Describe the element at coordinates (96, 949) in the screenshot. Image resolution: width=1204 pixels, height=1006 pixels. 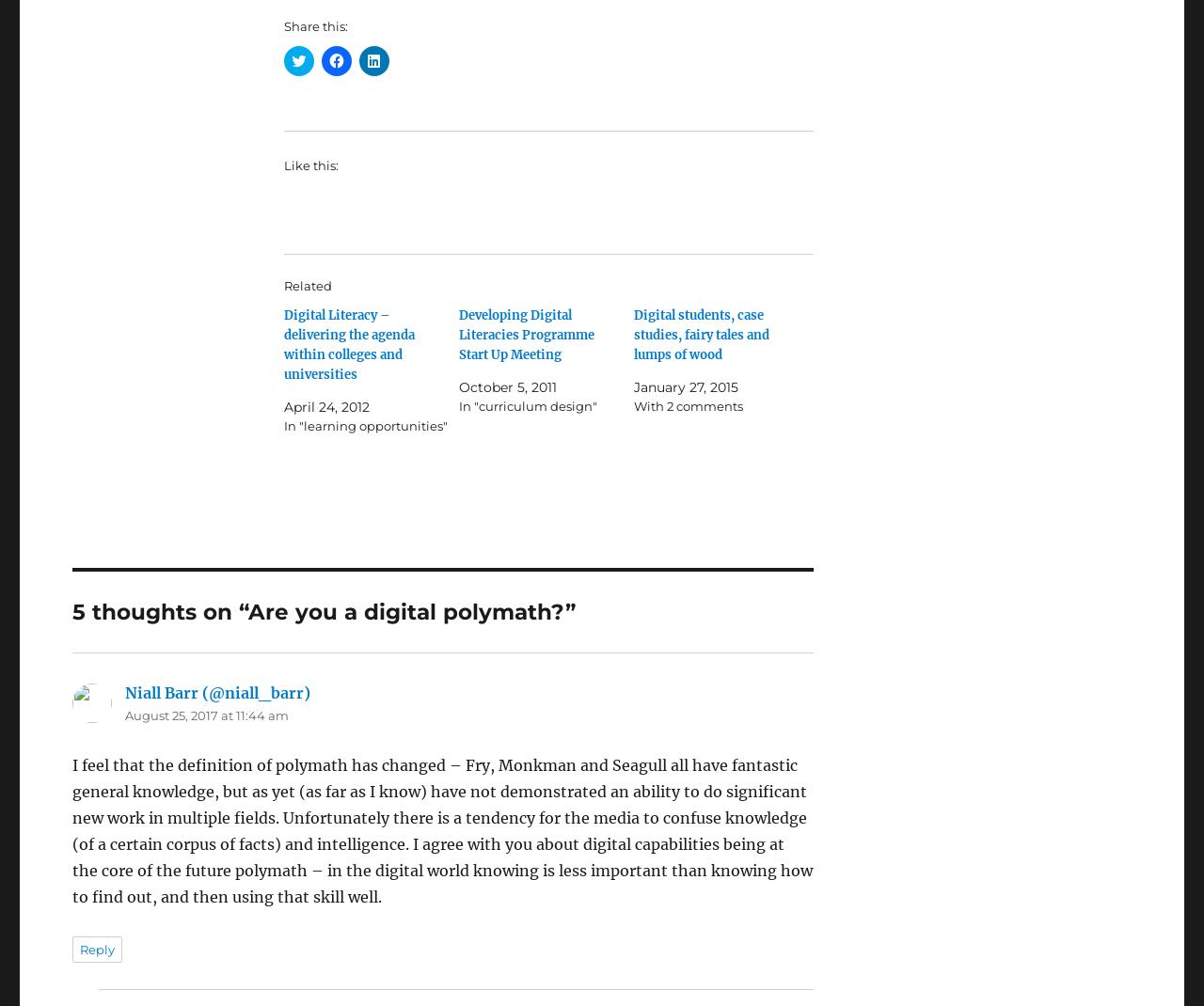
I see `'Reply'` at that location.